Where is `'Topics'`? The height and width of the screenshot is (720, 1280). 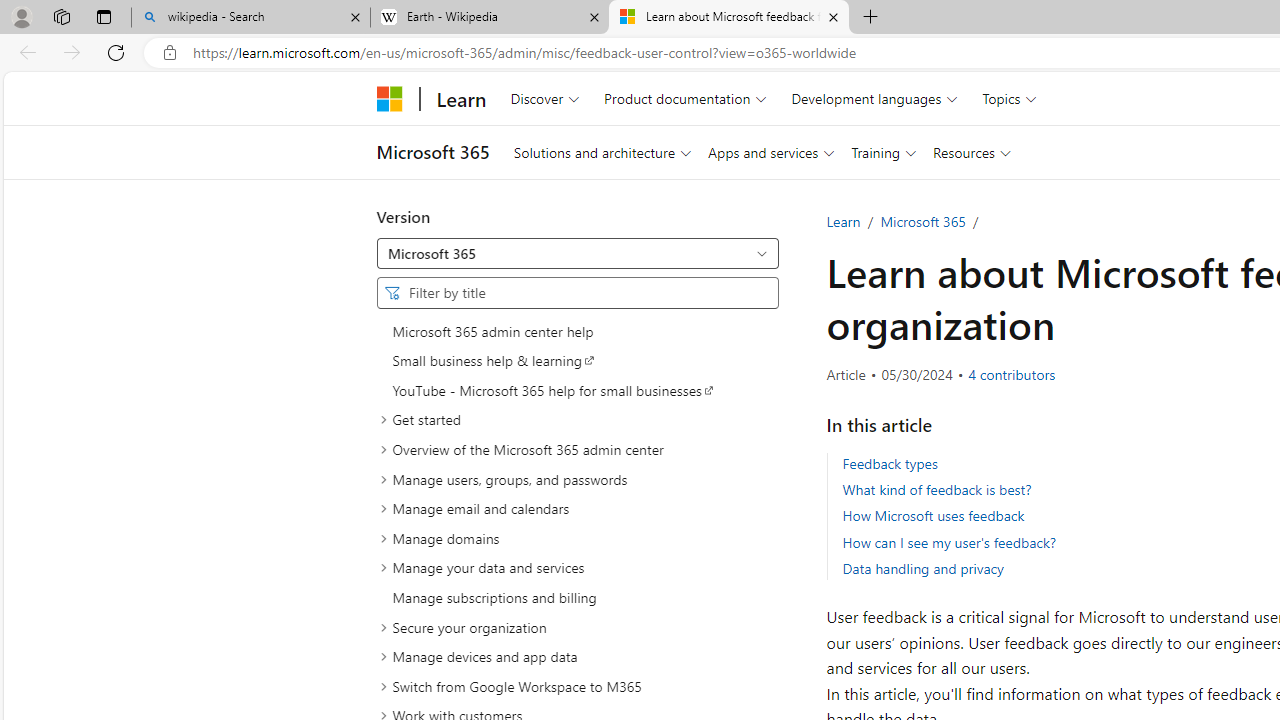
'Topics' is located at coordinates (1009, 98).